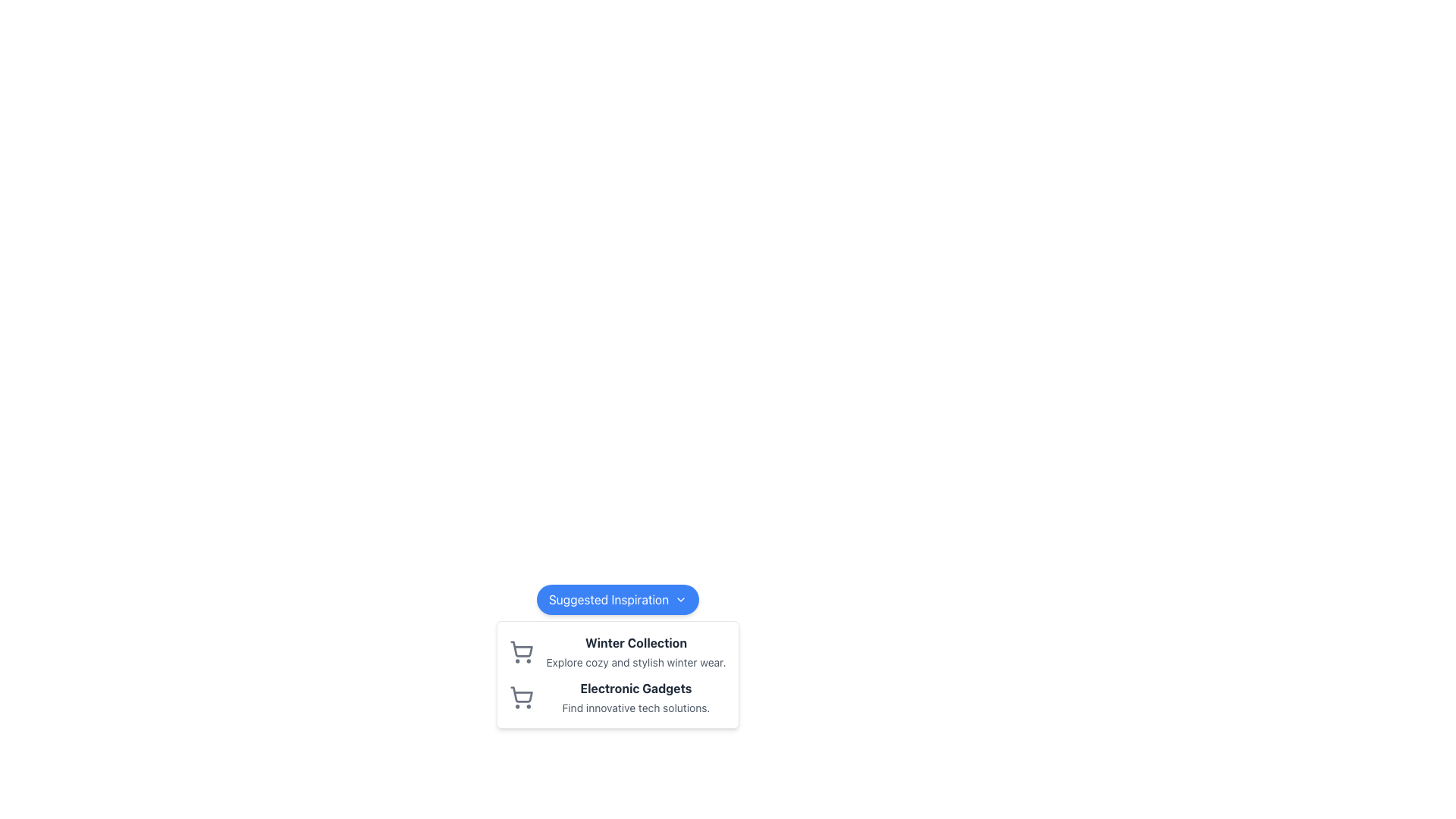  Describe the element at coordinates (636, 643) in the screenshot. I see `text of the bold dark gray 'Winter Collection' label, which is prominently displayed at the top of a textual block within a card-like design under the 'Suggested Inspiration' heading` at that location.